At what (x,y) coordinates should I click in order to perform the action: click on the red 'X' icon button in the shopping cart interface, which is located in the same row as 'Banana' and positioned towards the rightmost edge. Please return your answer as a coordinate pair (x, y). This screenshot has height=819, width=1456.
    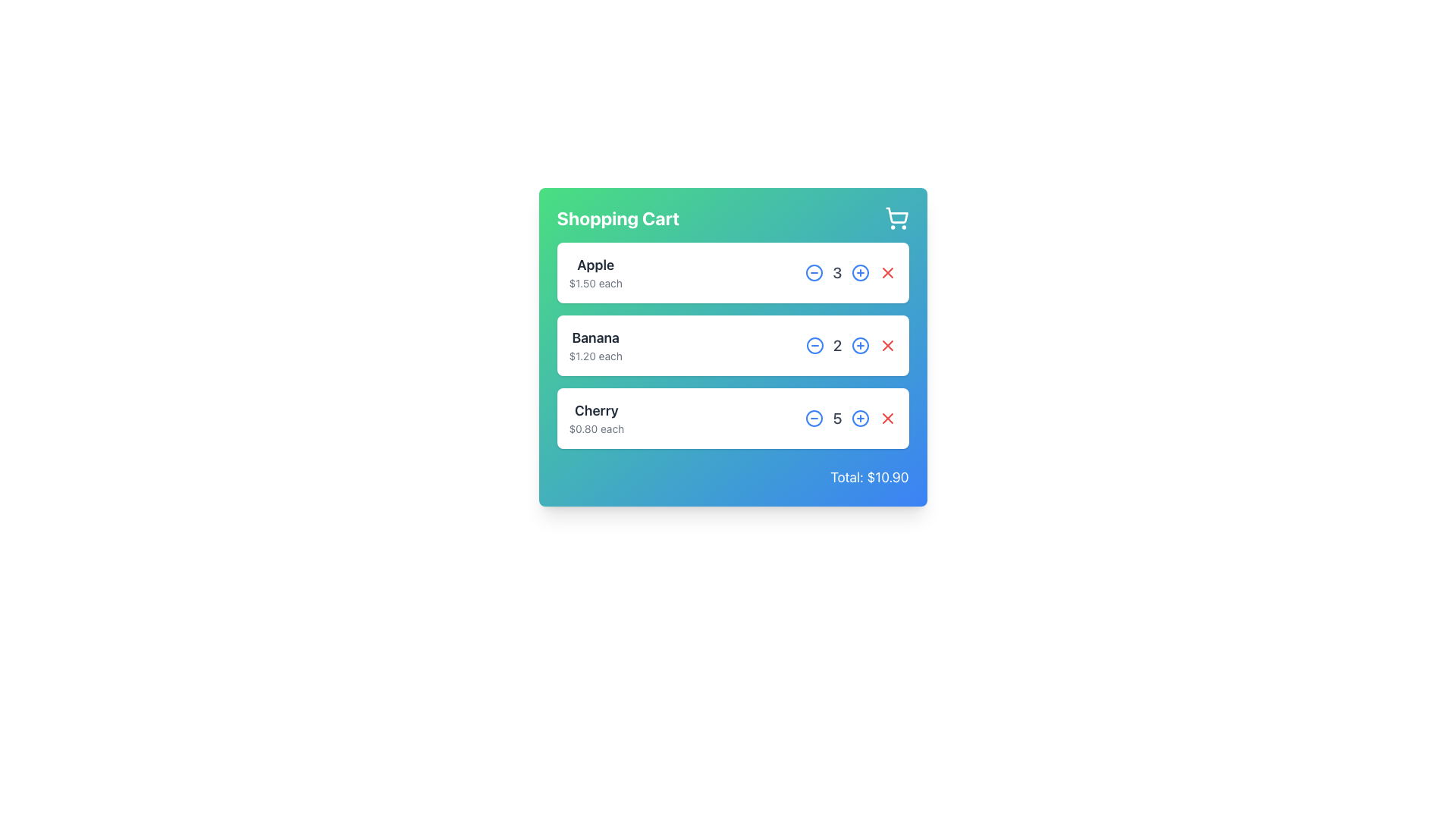
    Looking at the image, I should click on (887, 345).